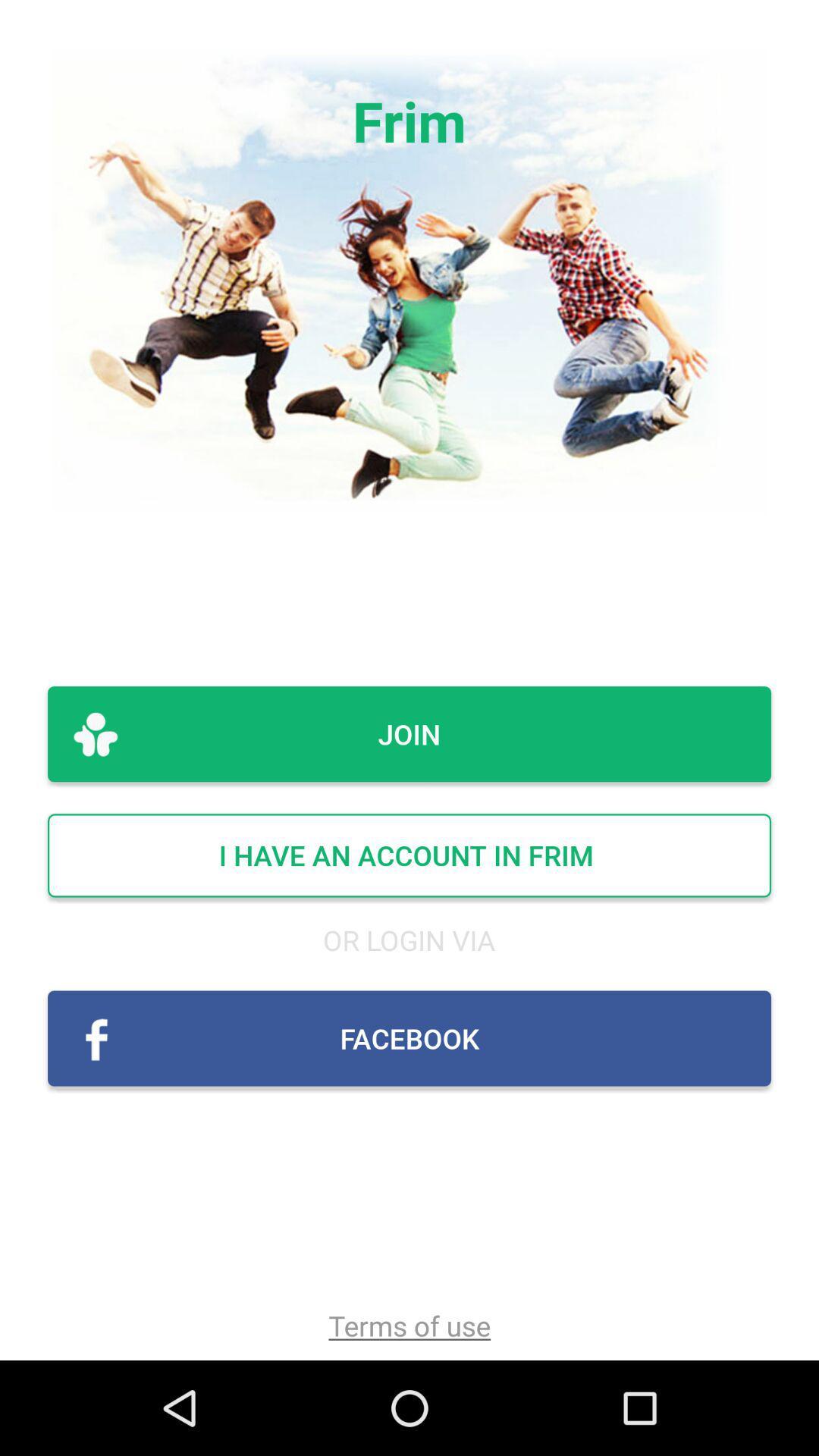 The image size is (819, 1456). Describe the element at coordinates (409, 1037) in the screenshot. I see `the facebook icon` at that location.